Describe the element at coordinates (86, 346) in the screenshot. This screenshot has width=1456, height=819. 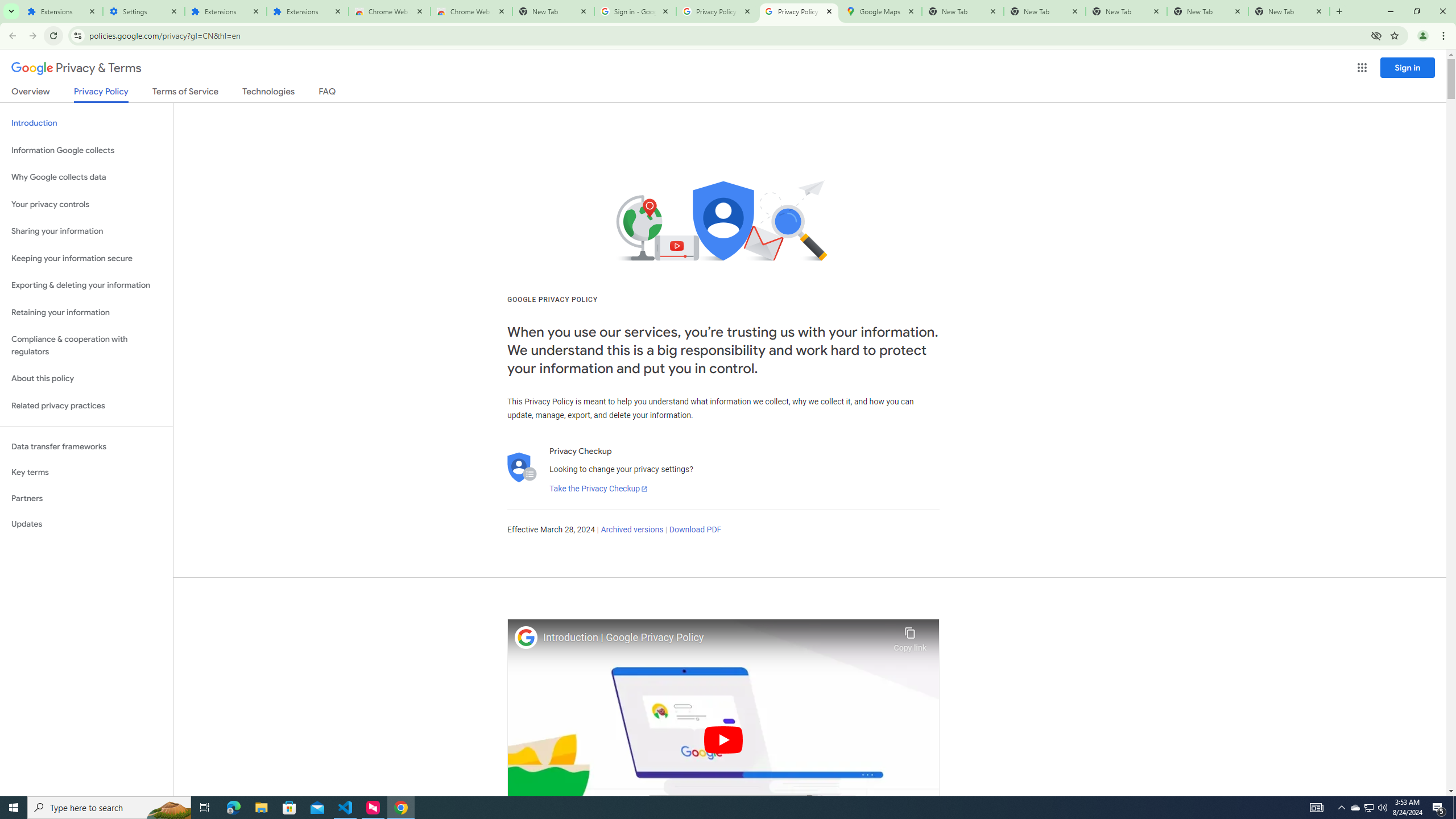
I see `'Compliance & cooperation with regulators'` at that location.